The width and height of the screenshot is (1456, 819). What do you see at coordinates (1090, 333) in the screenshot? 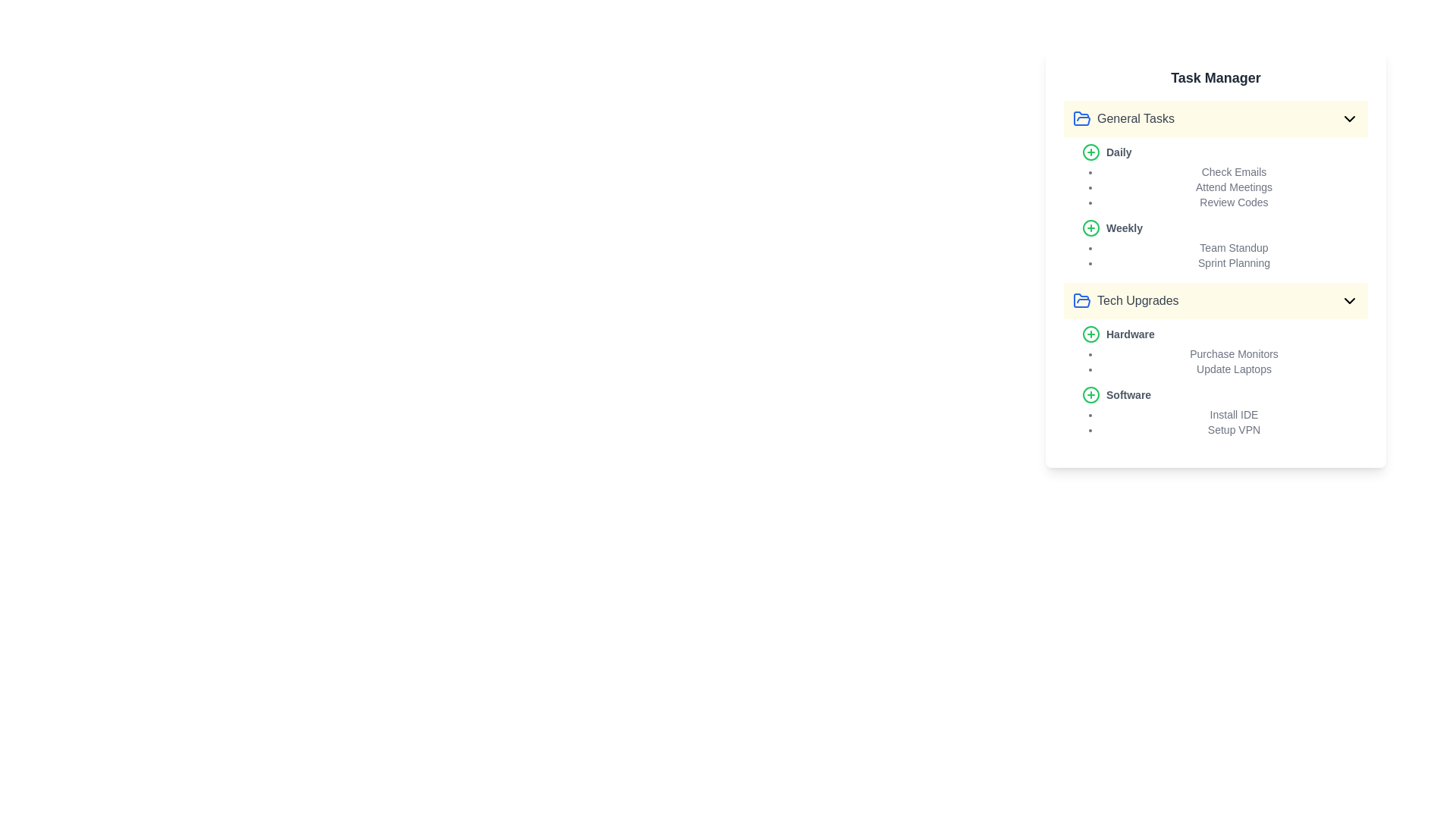
I see `the green circular action icon with a white inner background and a green plus sign, located to the left of the 'Daily' label in the 'General Tasks' section of the task manager panel` at bounding box center [1090, 333].